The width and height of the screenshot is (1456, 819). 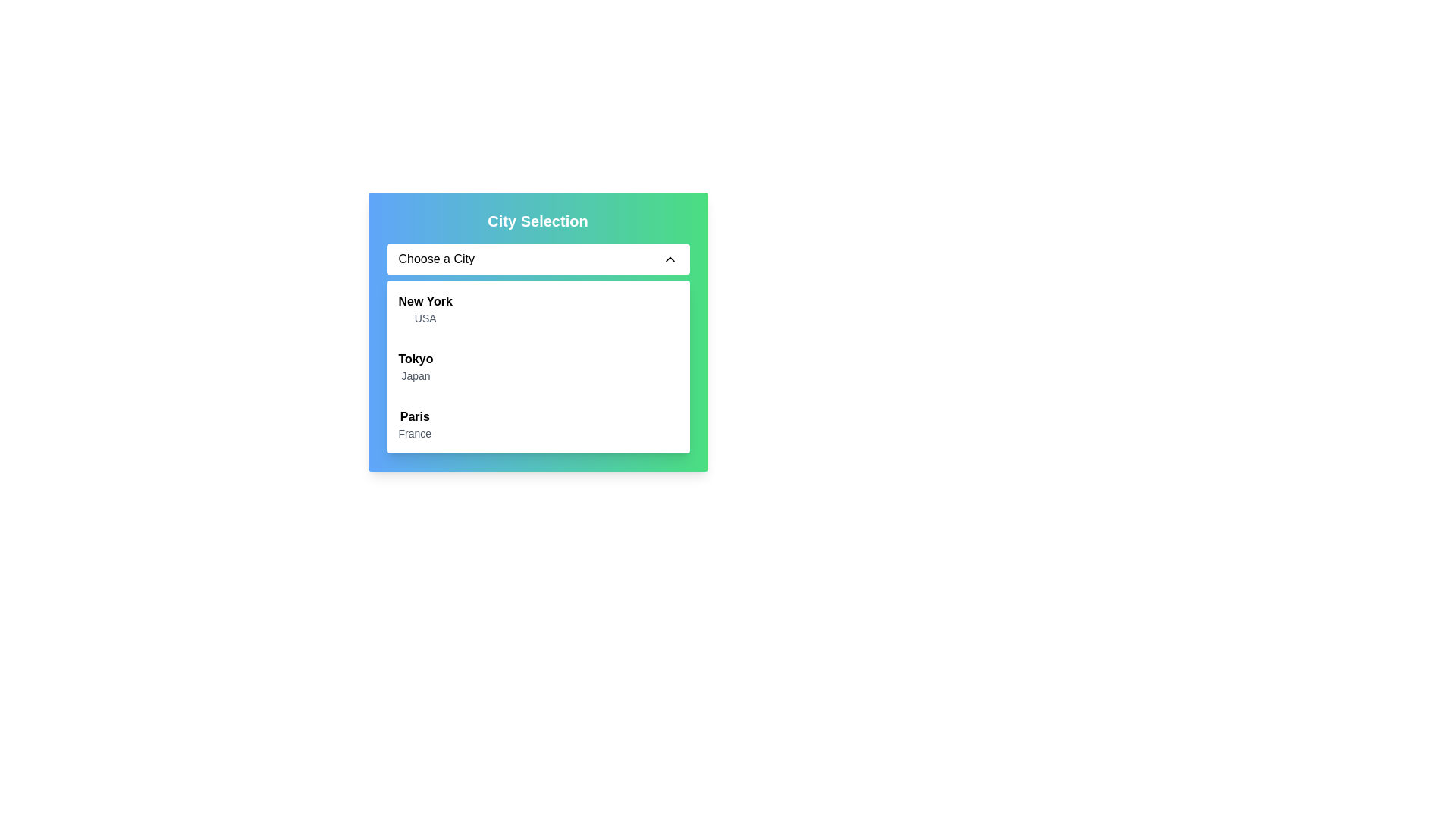 I want to click on text label displaying 'France', which is styled in gray and positioned below 'Paris' in the city selection dropdown menu, so click(x=415, y=433).